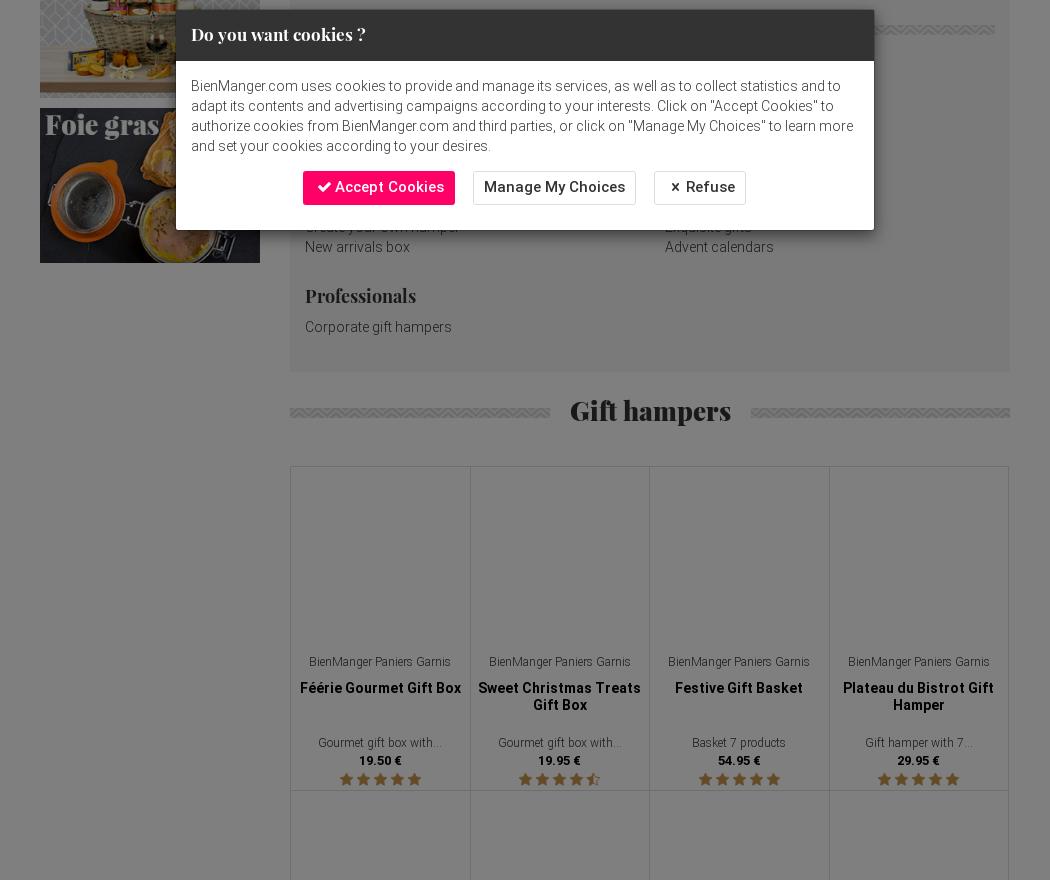 This screenshot has width=1050, height=880. What do you see at coordinates (559, 759) in the screenshot?
I see `'19.95 €'` at bounding box center [559, 759].